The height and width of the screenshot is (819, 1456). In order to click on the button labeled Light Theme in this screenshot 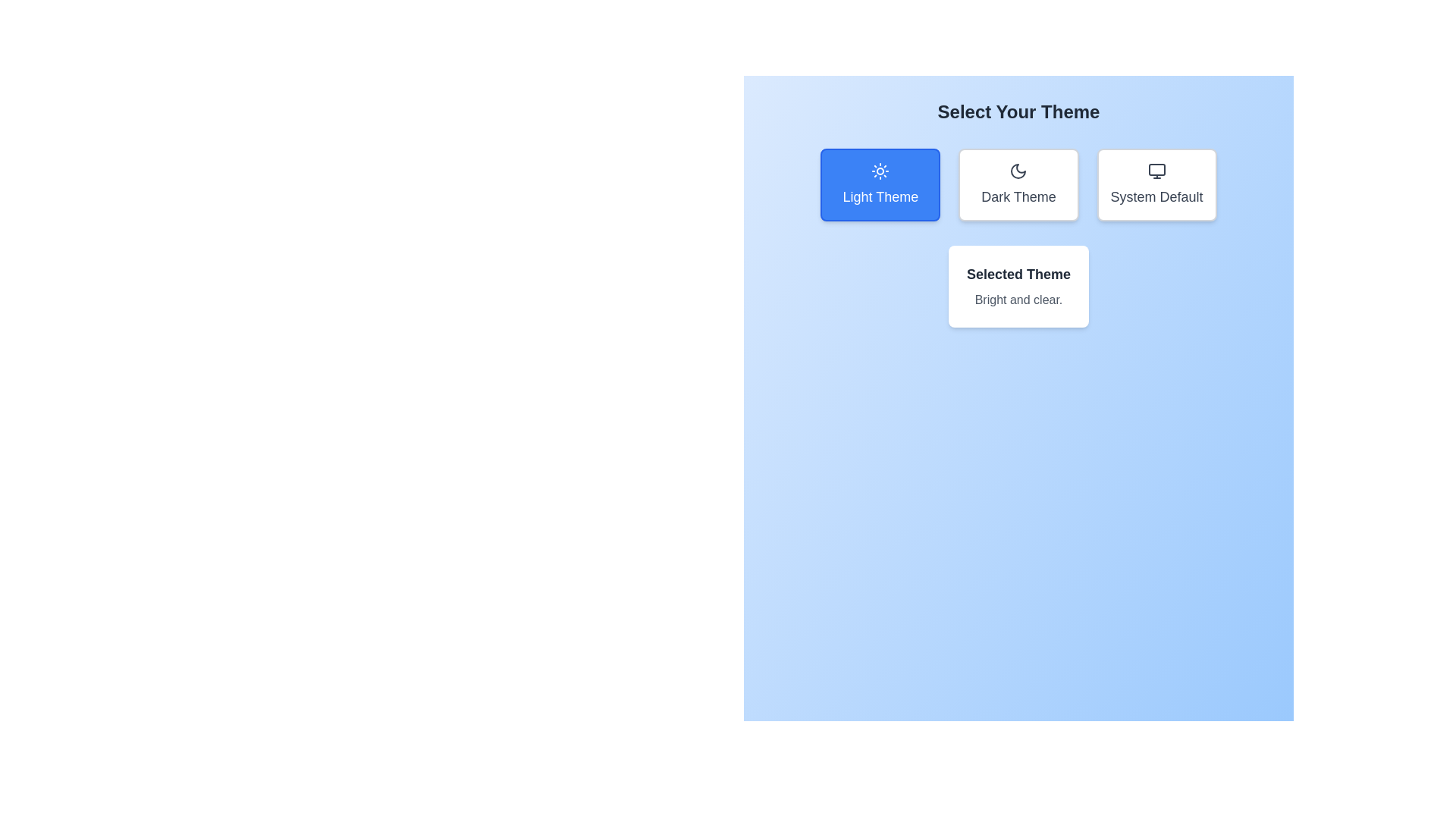, I will do `click(880, 184)`.